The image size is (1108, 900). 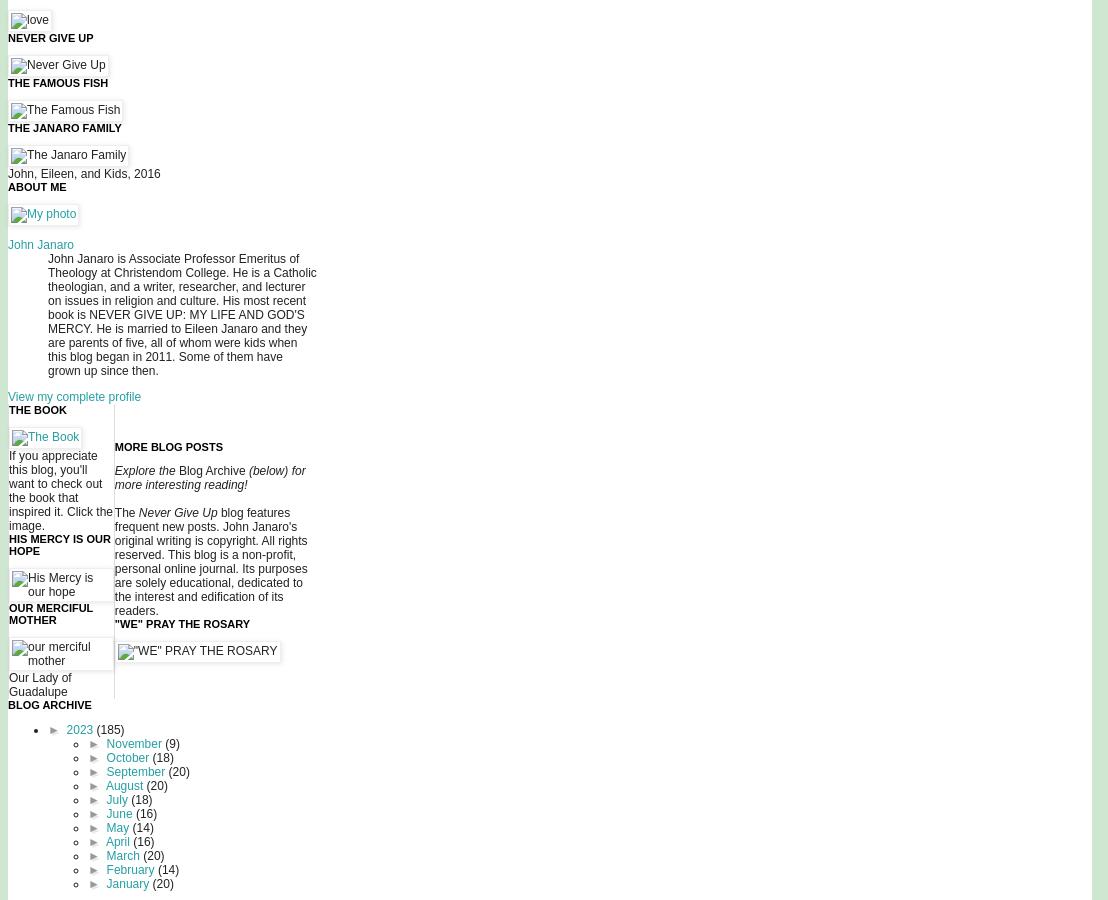 What do you see at coordinates (38, 410) in the screenshot?
I see `'The Book'` at bounding box center [38, 410].